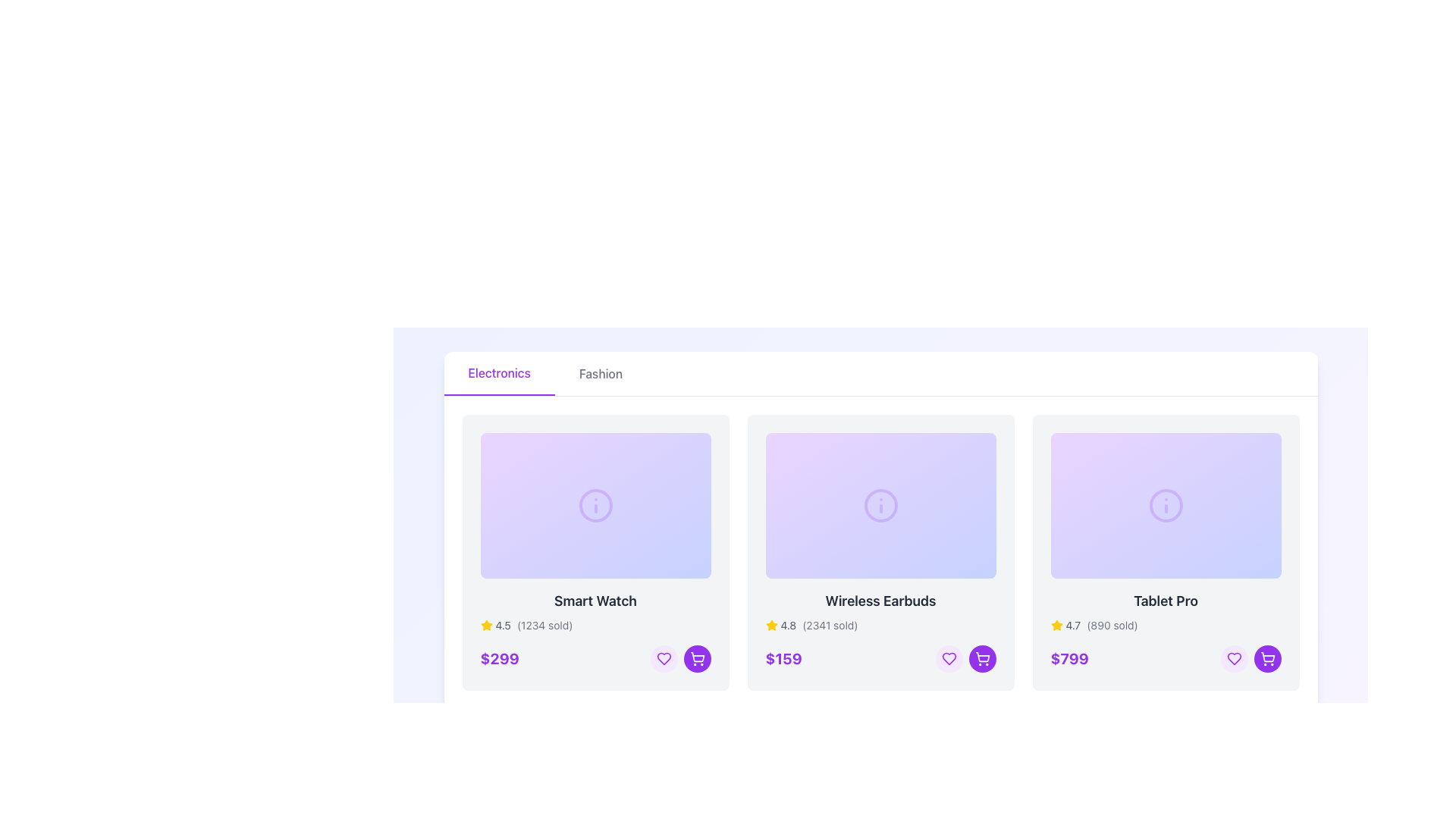 The height and width of the screenshot is (819, 1456). Describe the element at coordinates (664, 657) in the screenshot. I see `the 'like' button located in the lower right section of the 'Smart Watch' product card to change its background color` at that location.